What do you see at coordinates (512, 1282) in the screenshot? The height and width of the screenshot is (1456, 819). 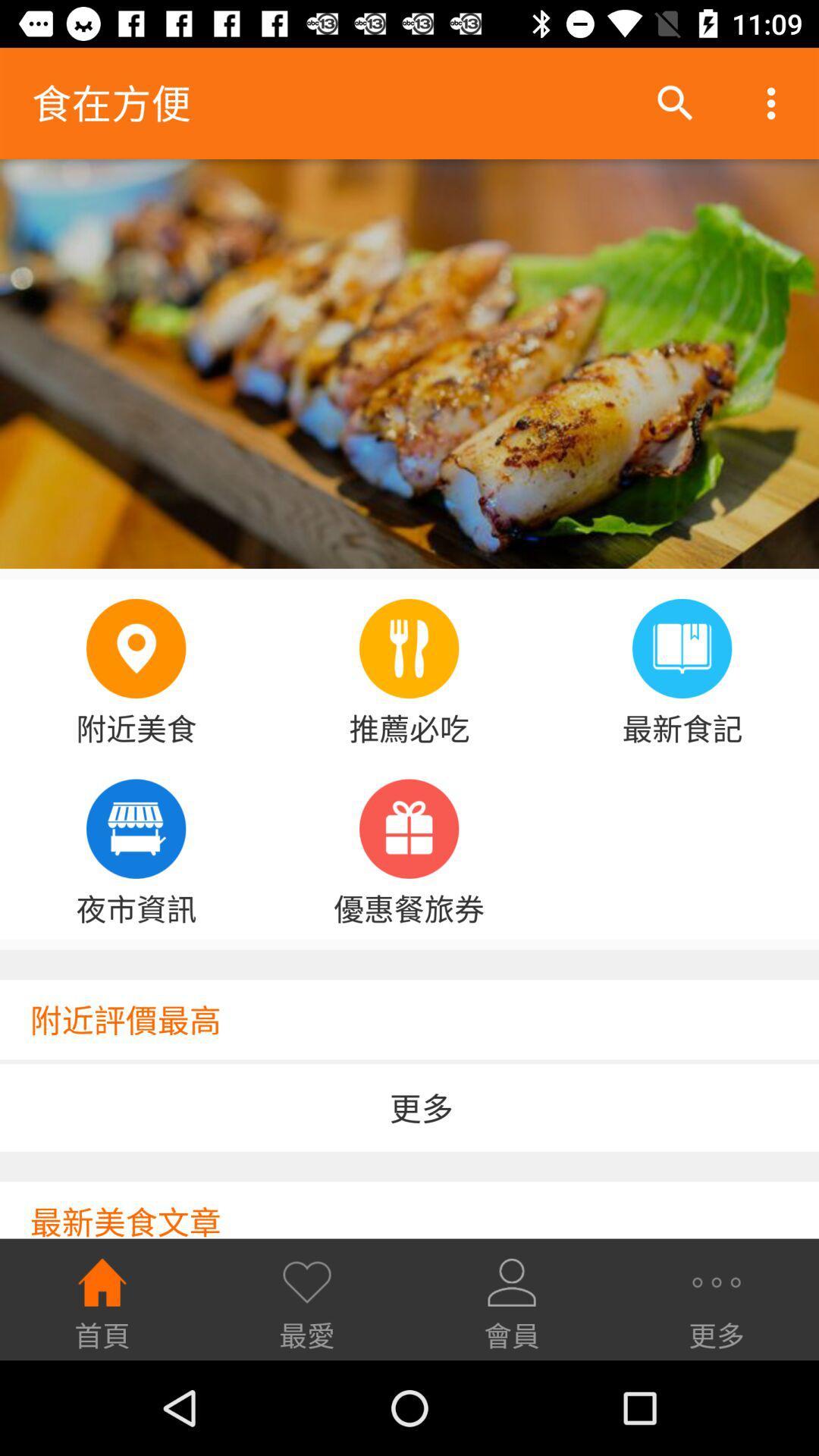 I see `the third icon from the bottom row of icons` at bounding box center [512, 1282].